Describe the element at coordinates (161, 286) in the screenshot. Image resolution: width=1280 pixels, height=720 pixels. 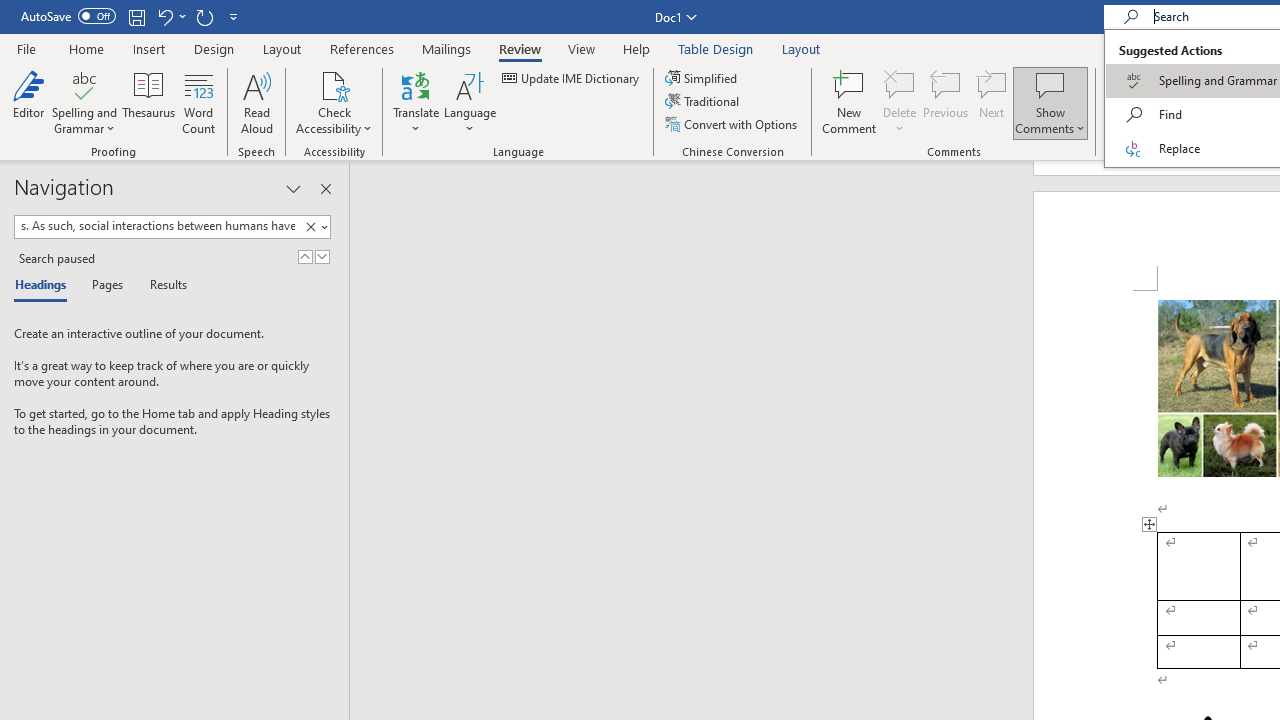
I see `'Results'` at that location.